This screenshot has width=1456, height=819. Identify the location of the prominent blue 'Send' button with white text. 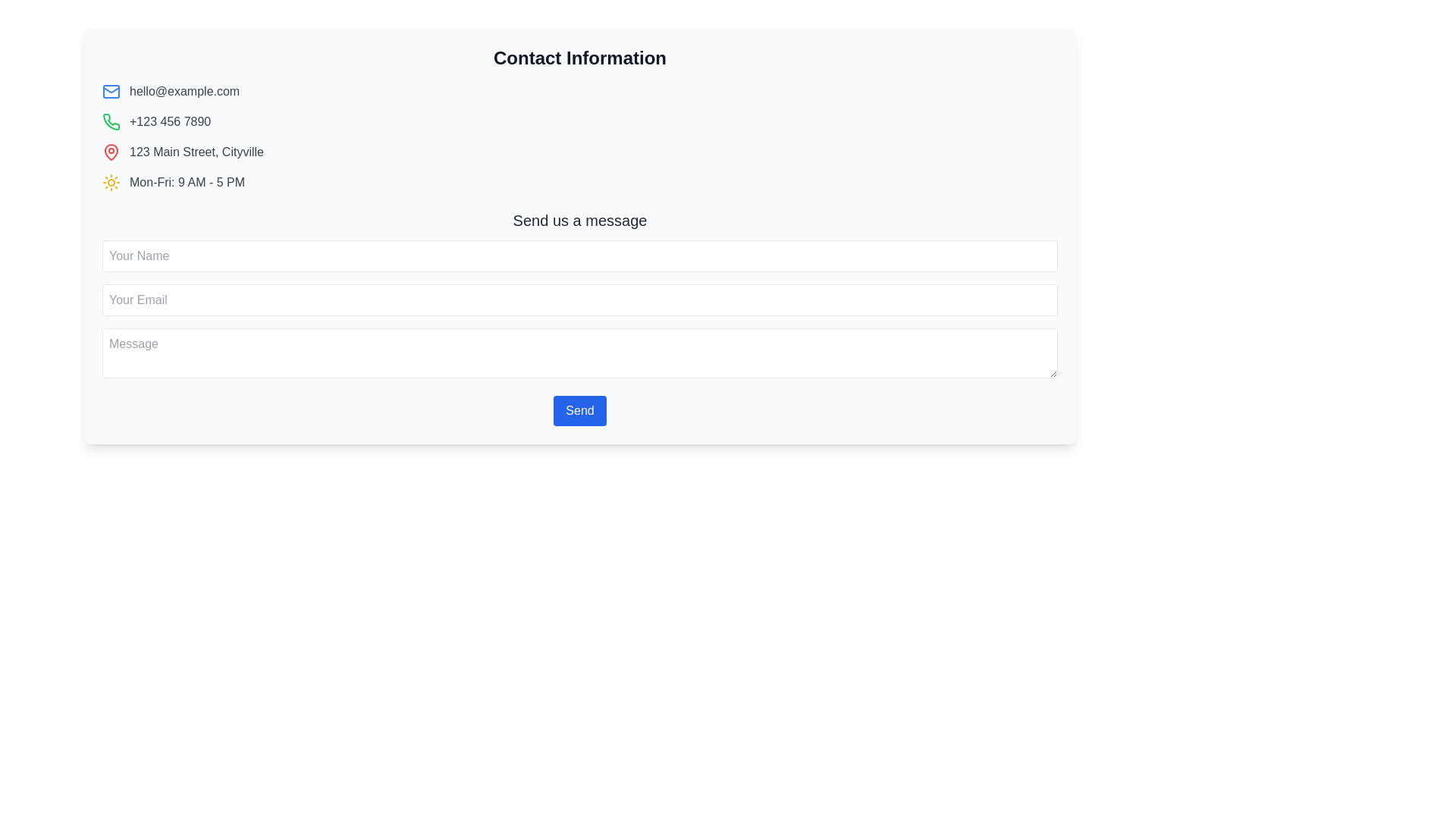
(579, 411).